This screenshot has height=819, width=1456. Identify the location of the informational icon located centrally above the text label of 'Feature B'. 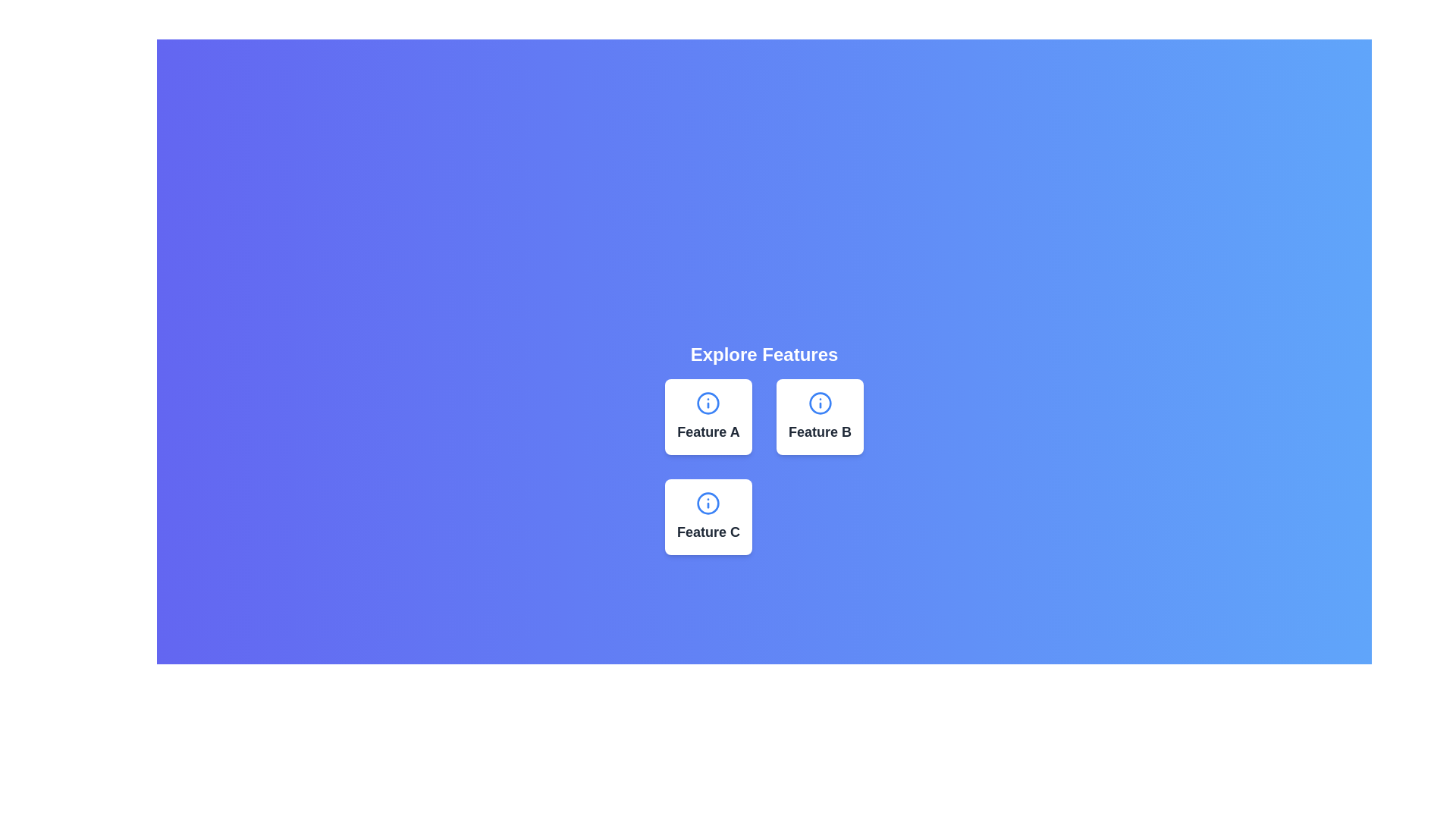
(819, 403).